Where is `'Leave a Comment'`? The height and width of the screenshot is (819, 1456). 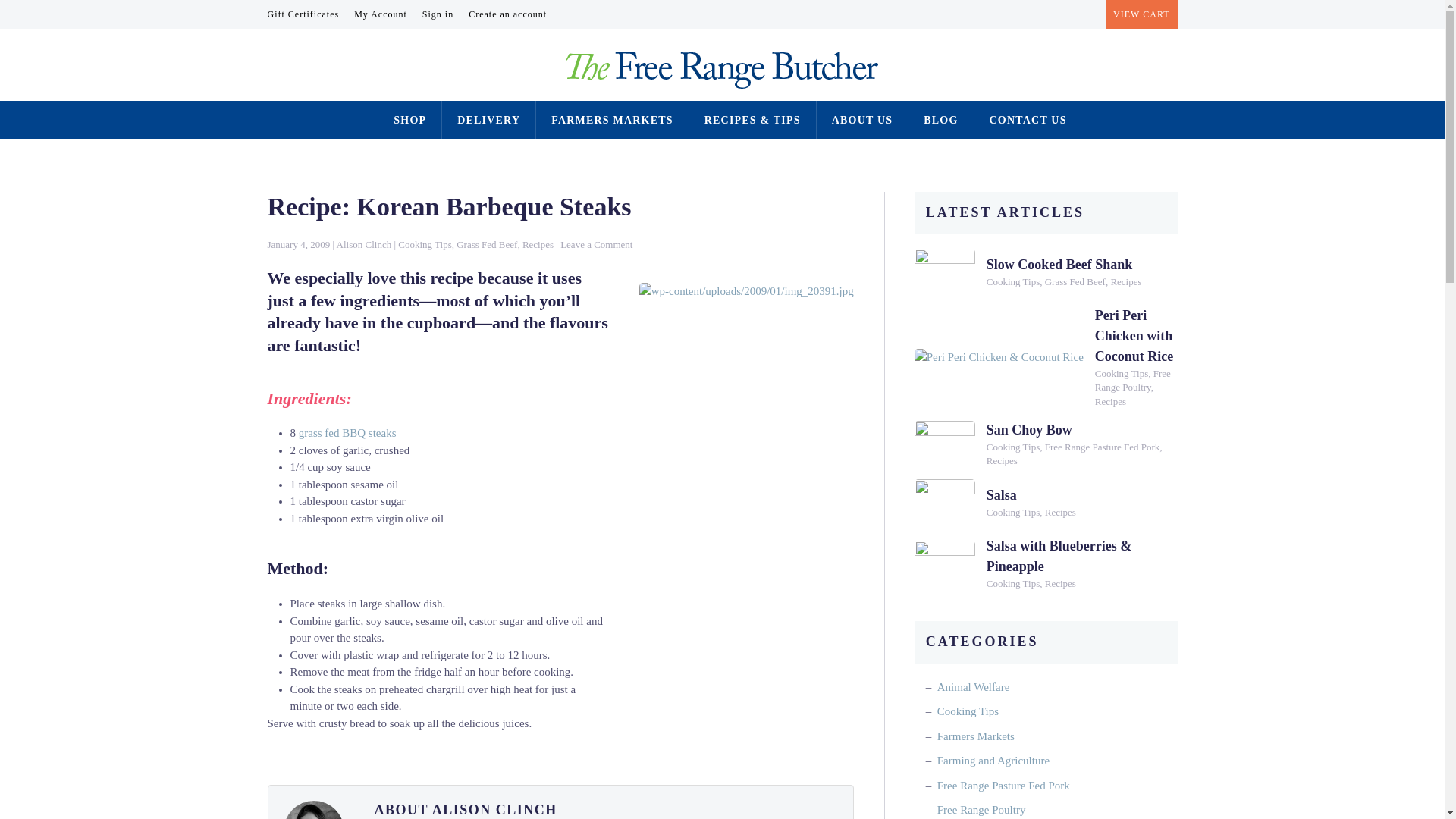
'Leave a Comment' is located at coordinates (560, 243).